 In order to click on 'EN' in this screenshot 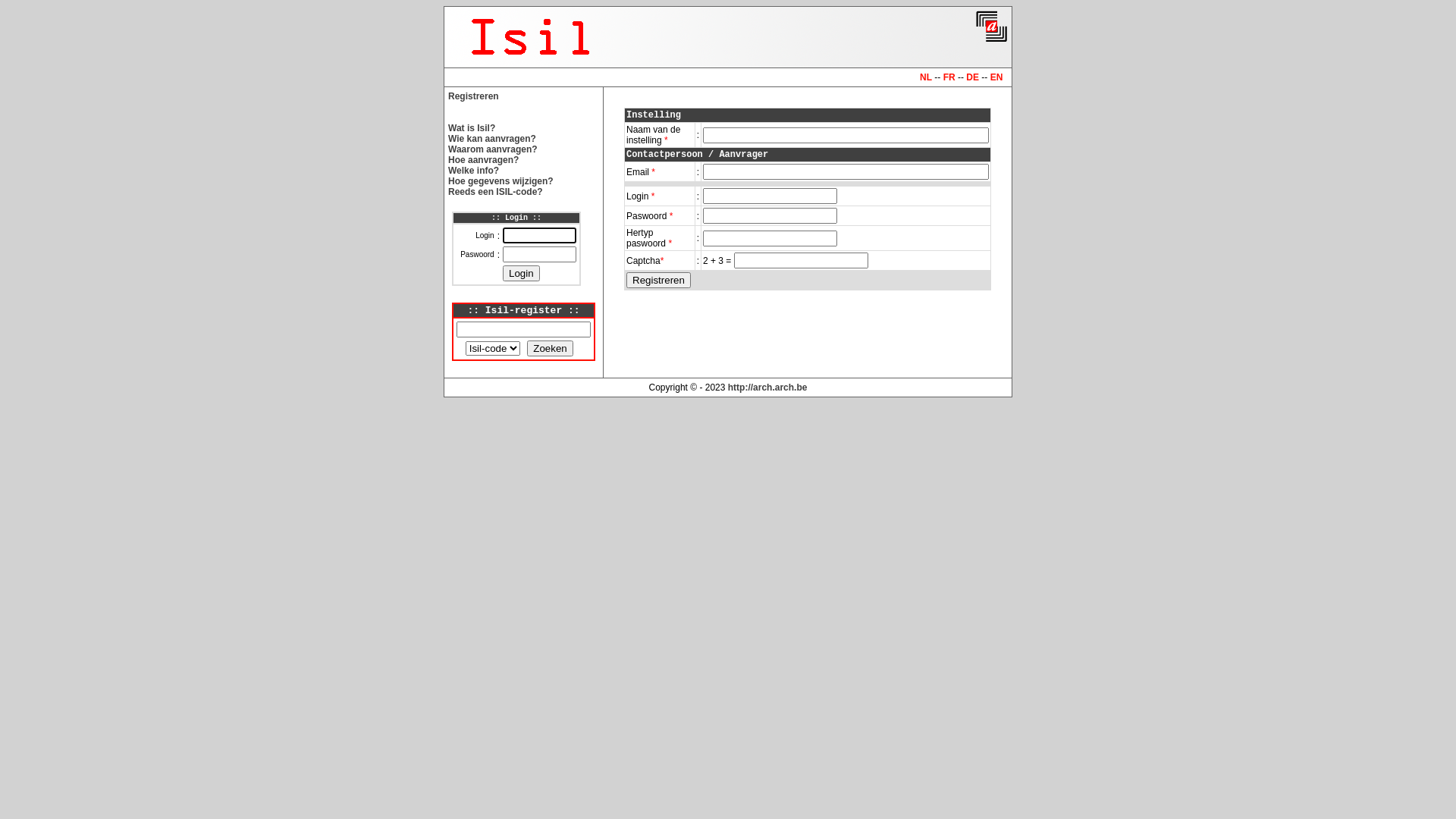, I will do `click(996, 77)`.